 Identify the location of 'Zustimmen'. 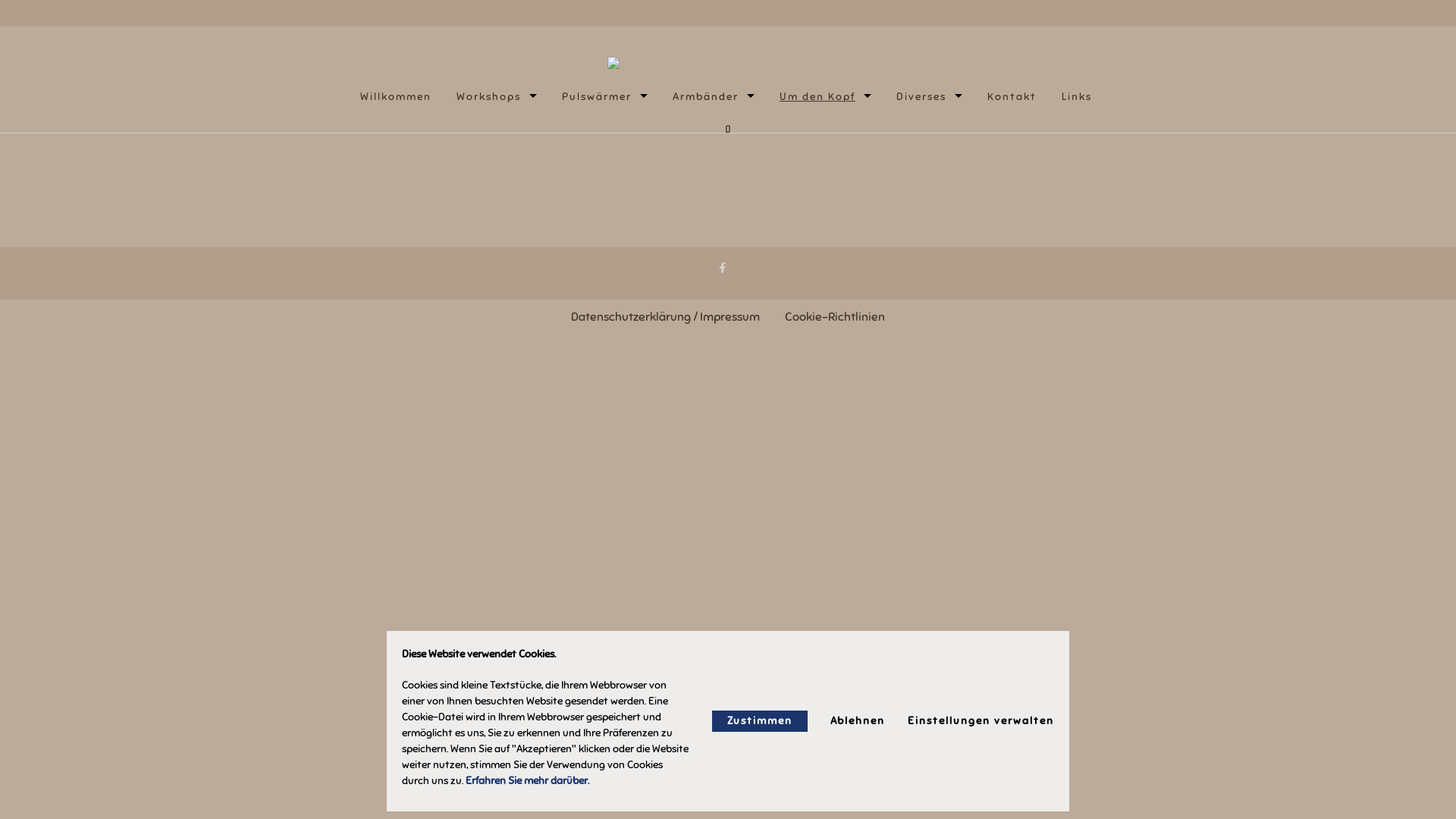
(760, 720).